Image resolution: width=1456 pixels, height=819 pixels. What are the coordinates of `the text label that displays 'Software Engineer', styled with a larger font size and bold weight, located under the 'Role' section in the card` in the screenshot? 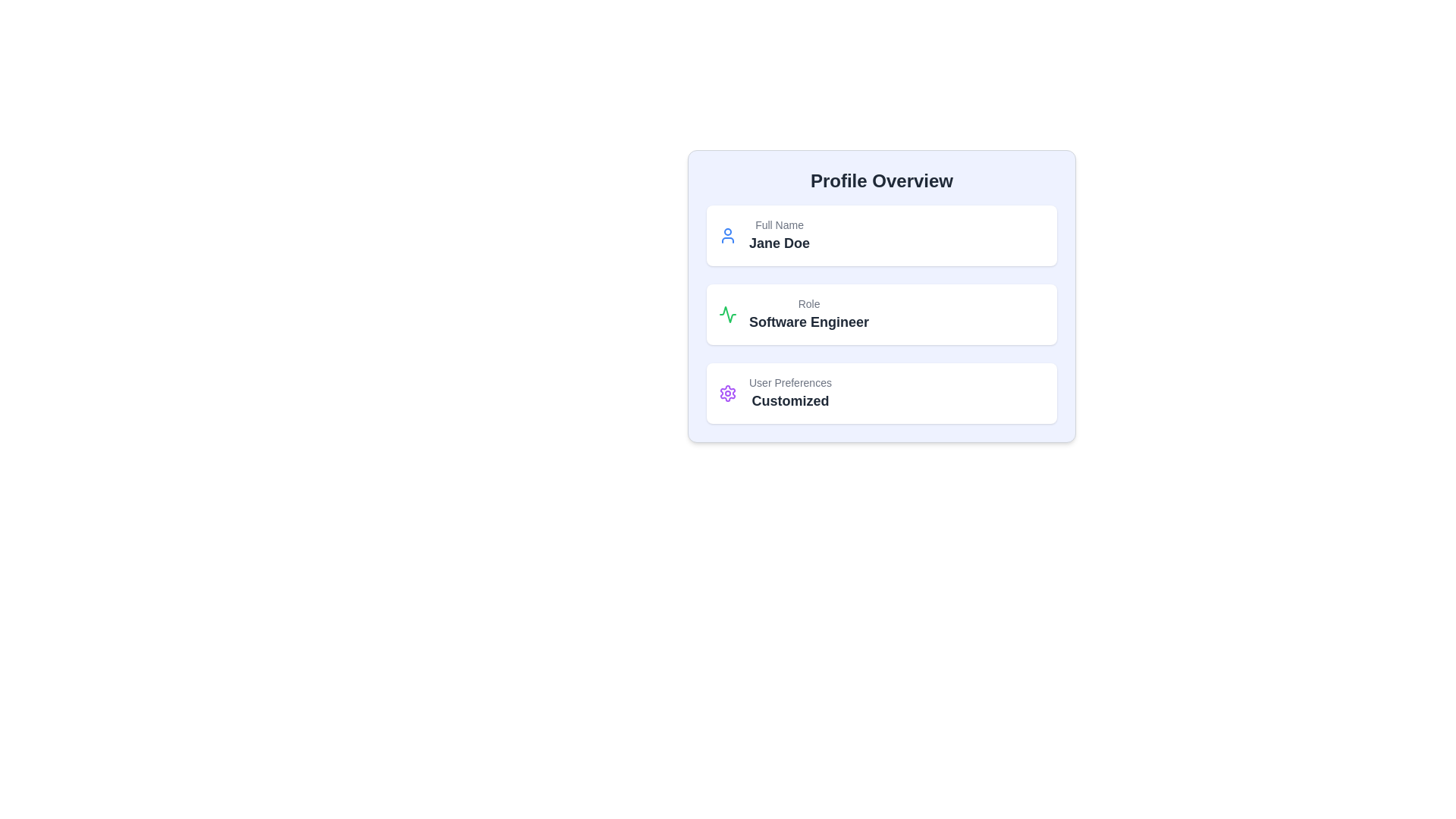 It's located at (808, 321).